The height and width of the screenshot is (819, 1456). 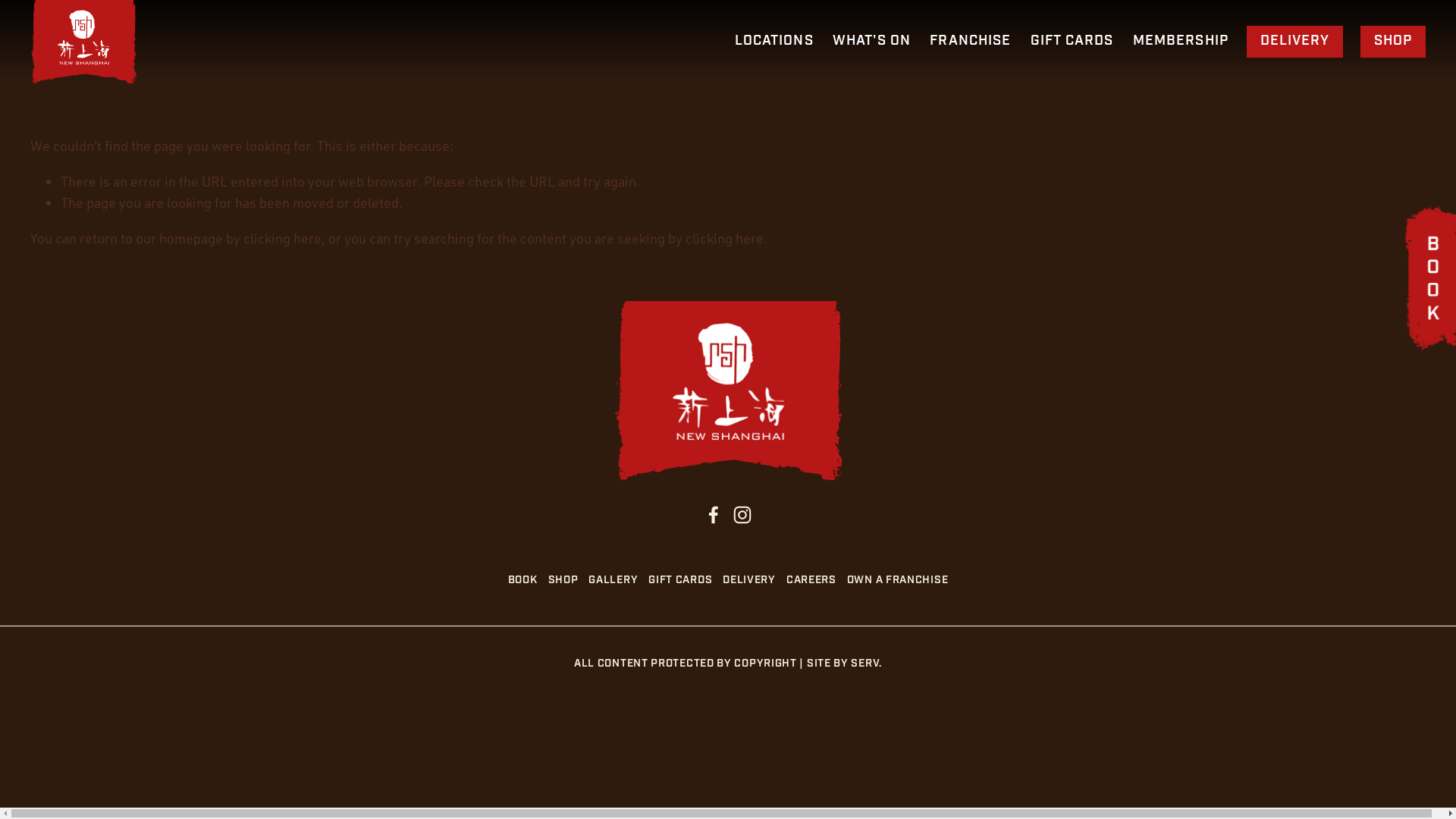 I want to click on 'BOOK', so click(x=508, y=580).